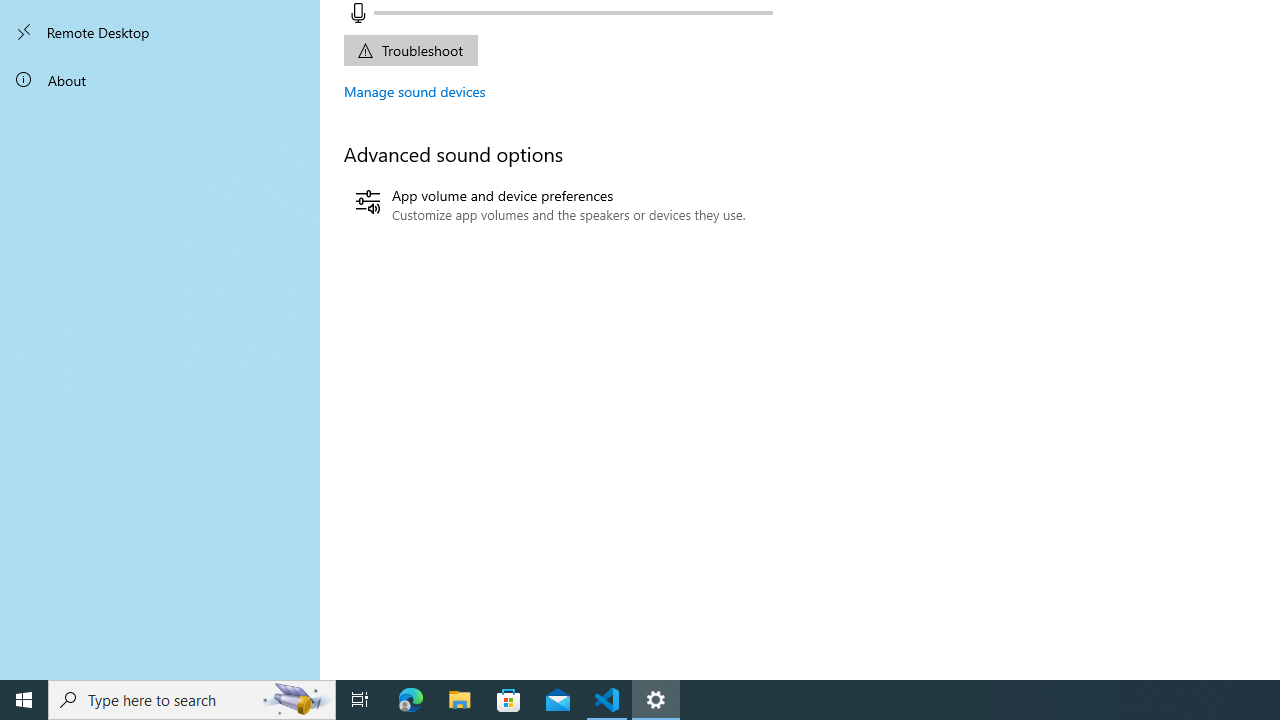 This screenshot has height=720, width=1280. I want to click on 'Task View', so click(359, 698).